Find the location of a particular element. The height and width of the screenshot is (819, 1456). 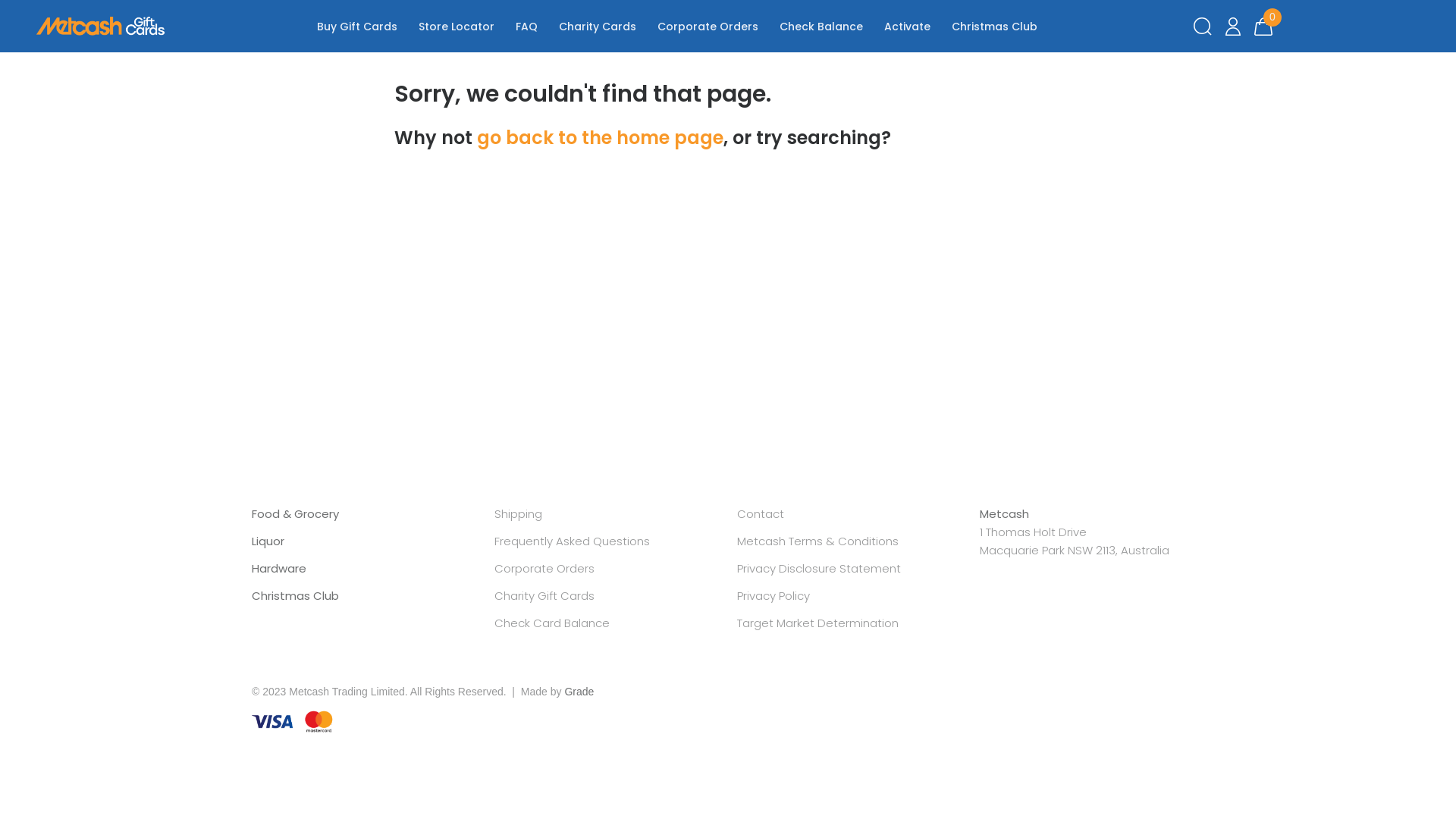

'0' is located at coordinates (1263, 26).